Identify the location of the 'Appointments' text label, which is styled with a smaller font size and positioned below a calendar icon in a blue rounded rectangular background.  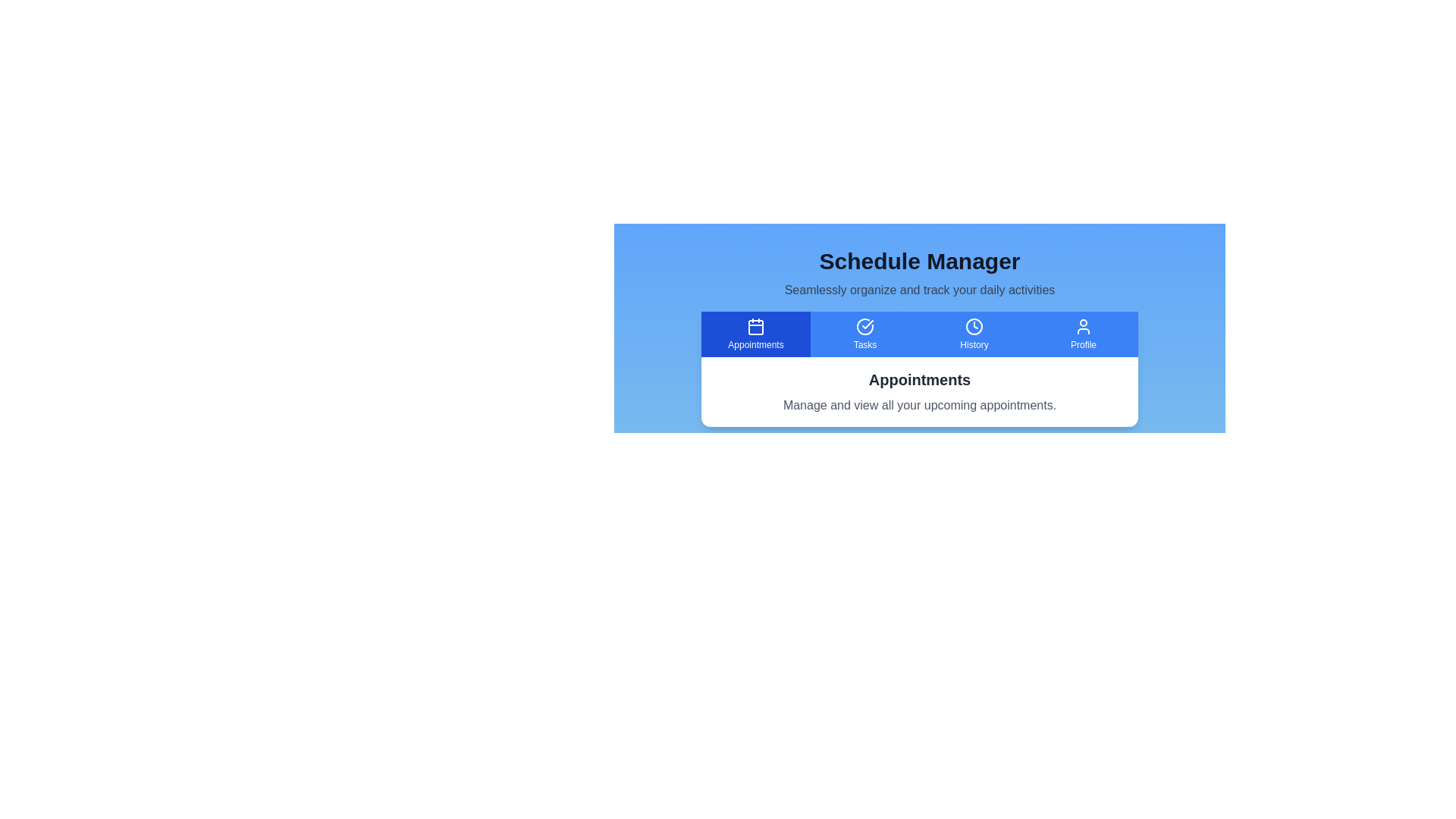
(756, 345).